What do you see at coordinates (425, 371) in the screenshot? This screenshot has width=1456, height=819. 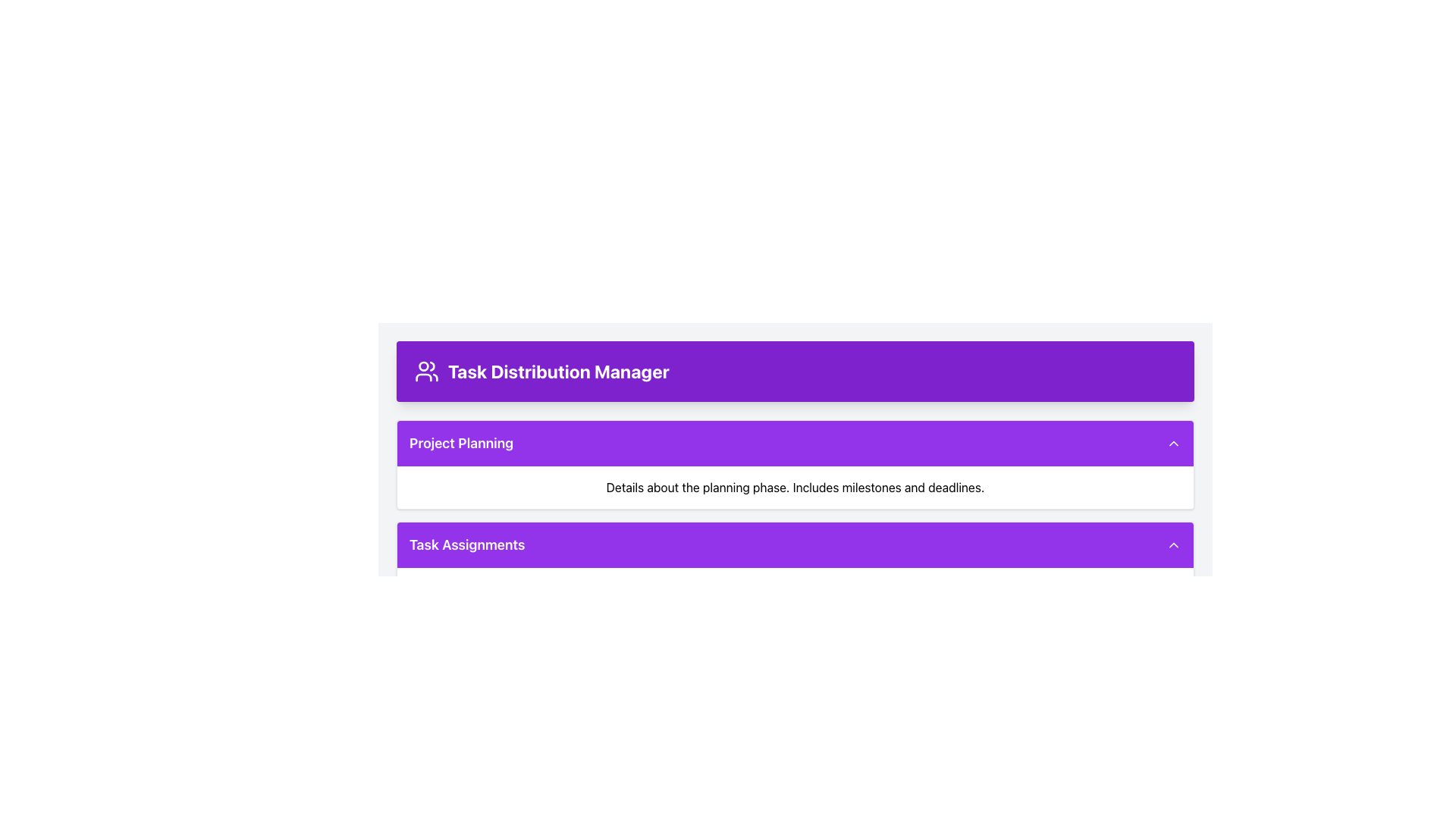 I see `the icon located in the top-left corner of the purple header bar labeled 'Task Distribution Manager', which visually identifies the section related to user or group management` at bounding box center [425, 371].